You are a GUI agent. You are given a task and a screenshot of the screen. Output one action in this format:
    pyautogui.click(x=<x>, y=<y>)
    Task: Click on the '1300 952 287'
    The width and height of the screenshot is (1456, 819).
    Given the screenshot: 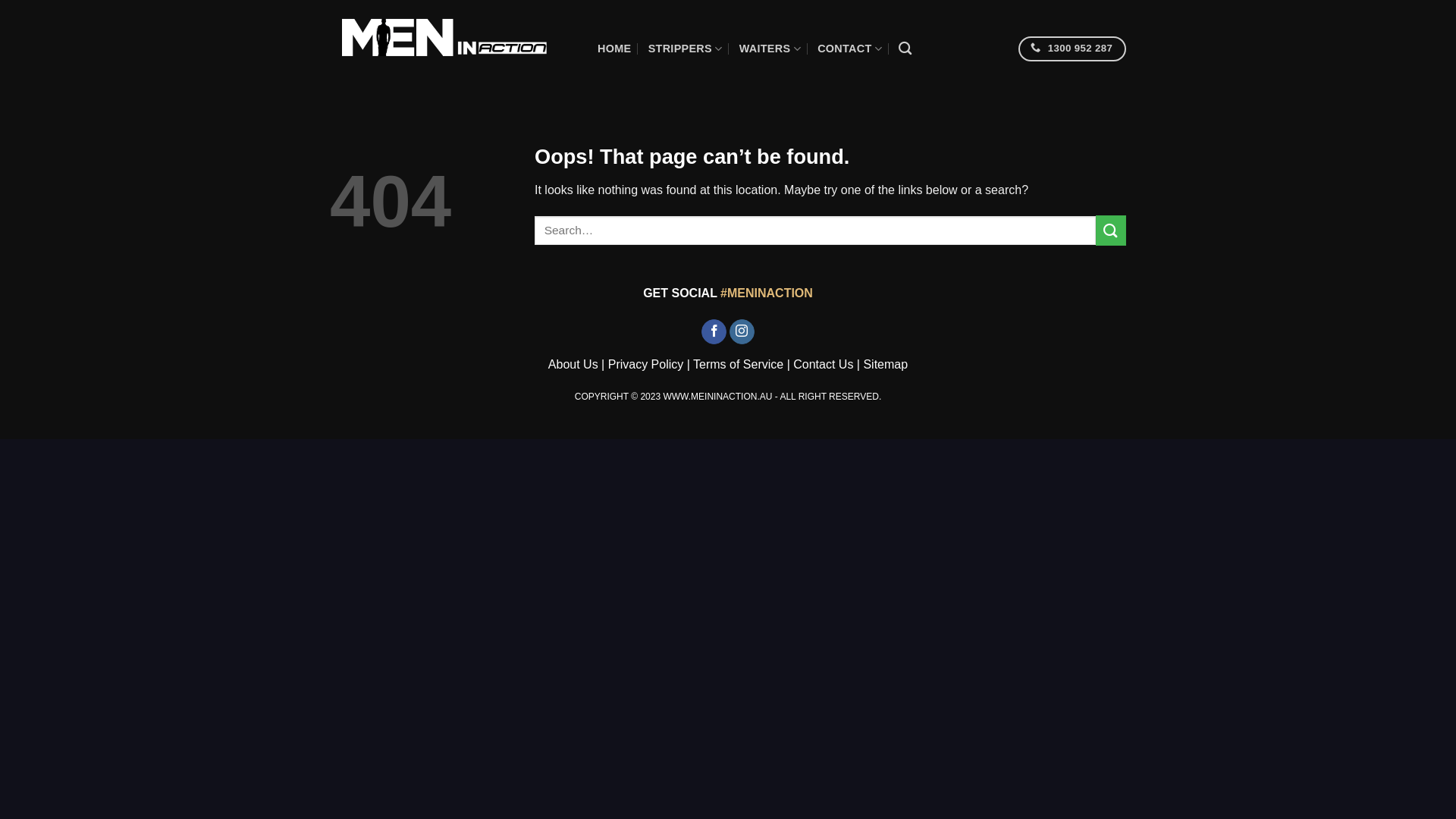 What is the action you would take?
    pyautogui.click(x=1018, y=48)
    